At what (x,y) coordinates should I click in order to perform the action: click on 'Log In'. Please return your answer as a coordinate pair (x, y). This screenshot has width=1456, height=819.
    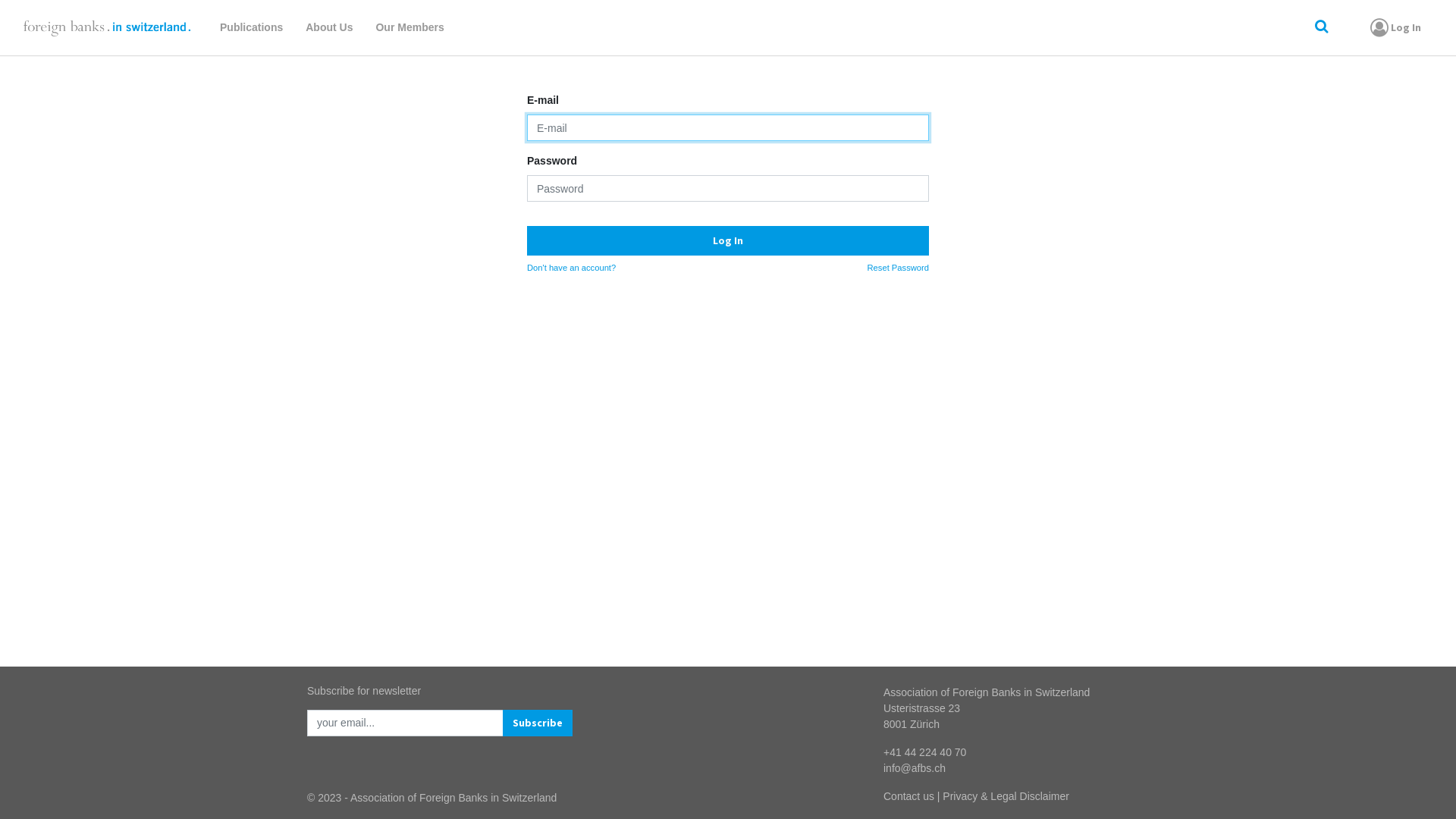
    Looking at the image, I should click on (1394, 27).